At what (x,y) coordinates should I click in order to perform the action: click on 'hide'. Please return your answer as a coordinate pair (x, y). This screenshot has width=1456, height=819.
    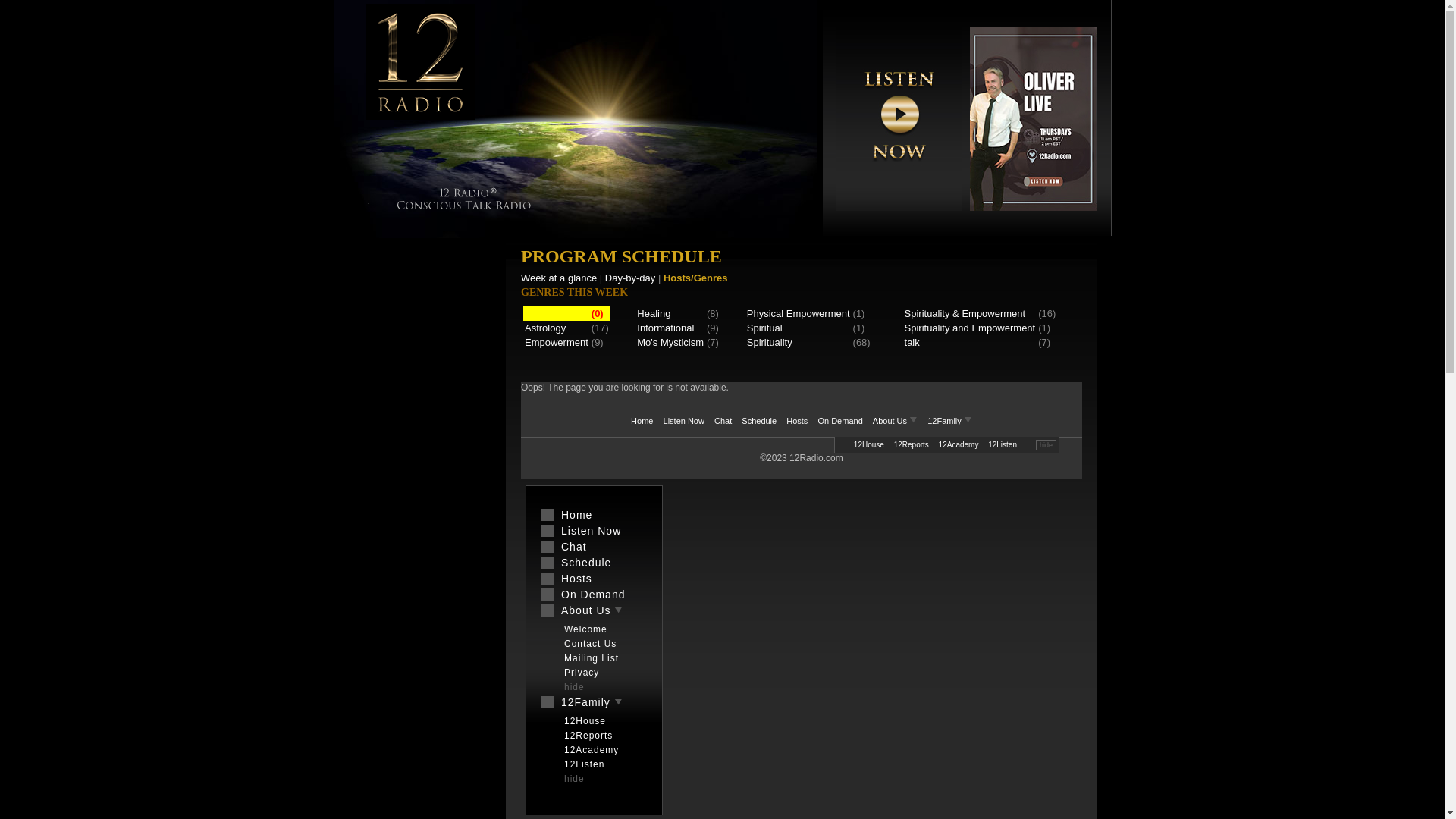
    Looking at the image, I should click on (1045, 444).